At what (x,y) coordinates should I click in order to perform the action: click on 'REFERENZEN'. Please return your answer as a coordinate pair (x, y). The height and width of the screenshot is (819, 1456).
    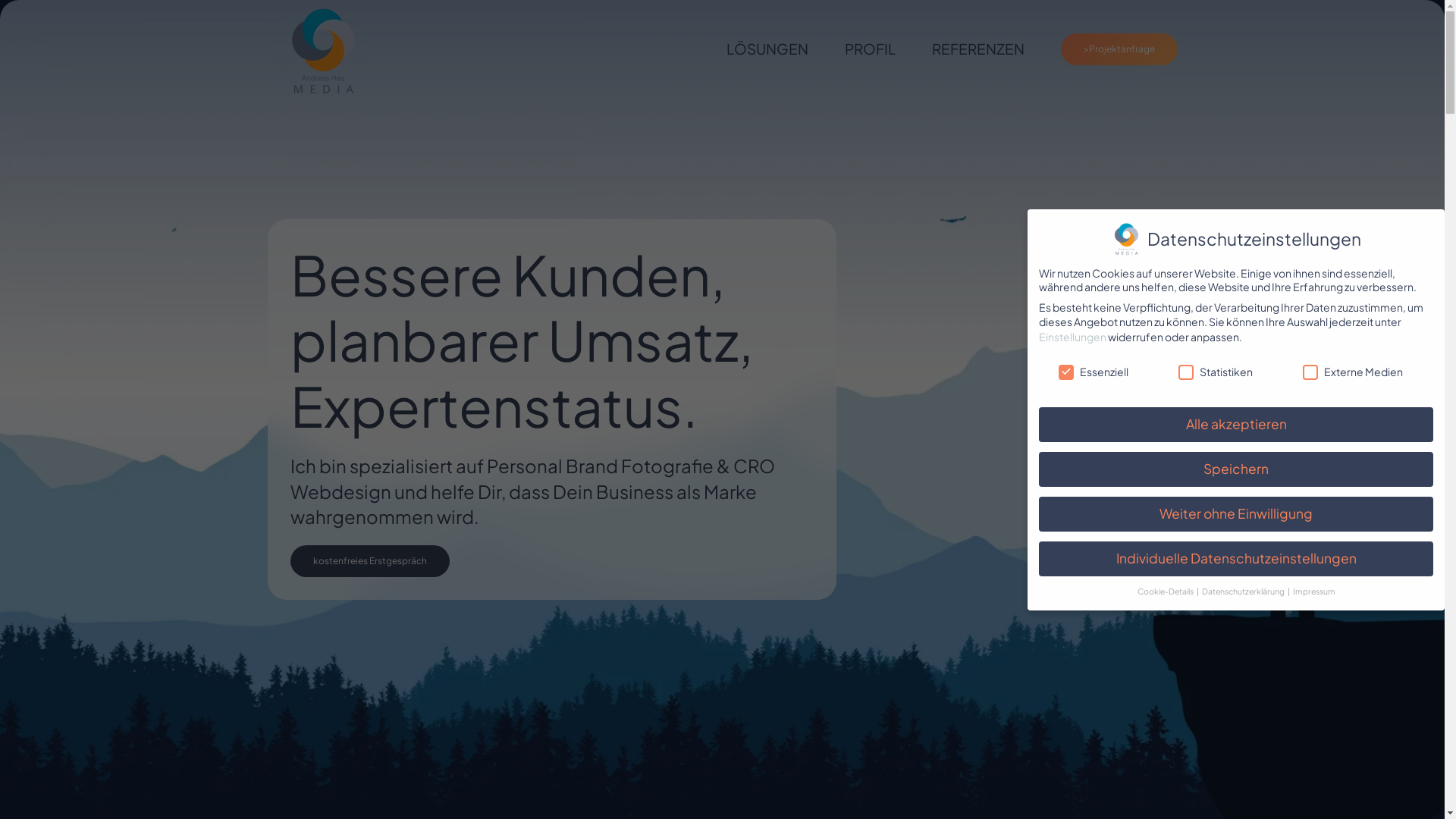
    Looking at the image, I should click on (977, 48).